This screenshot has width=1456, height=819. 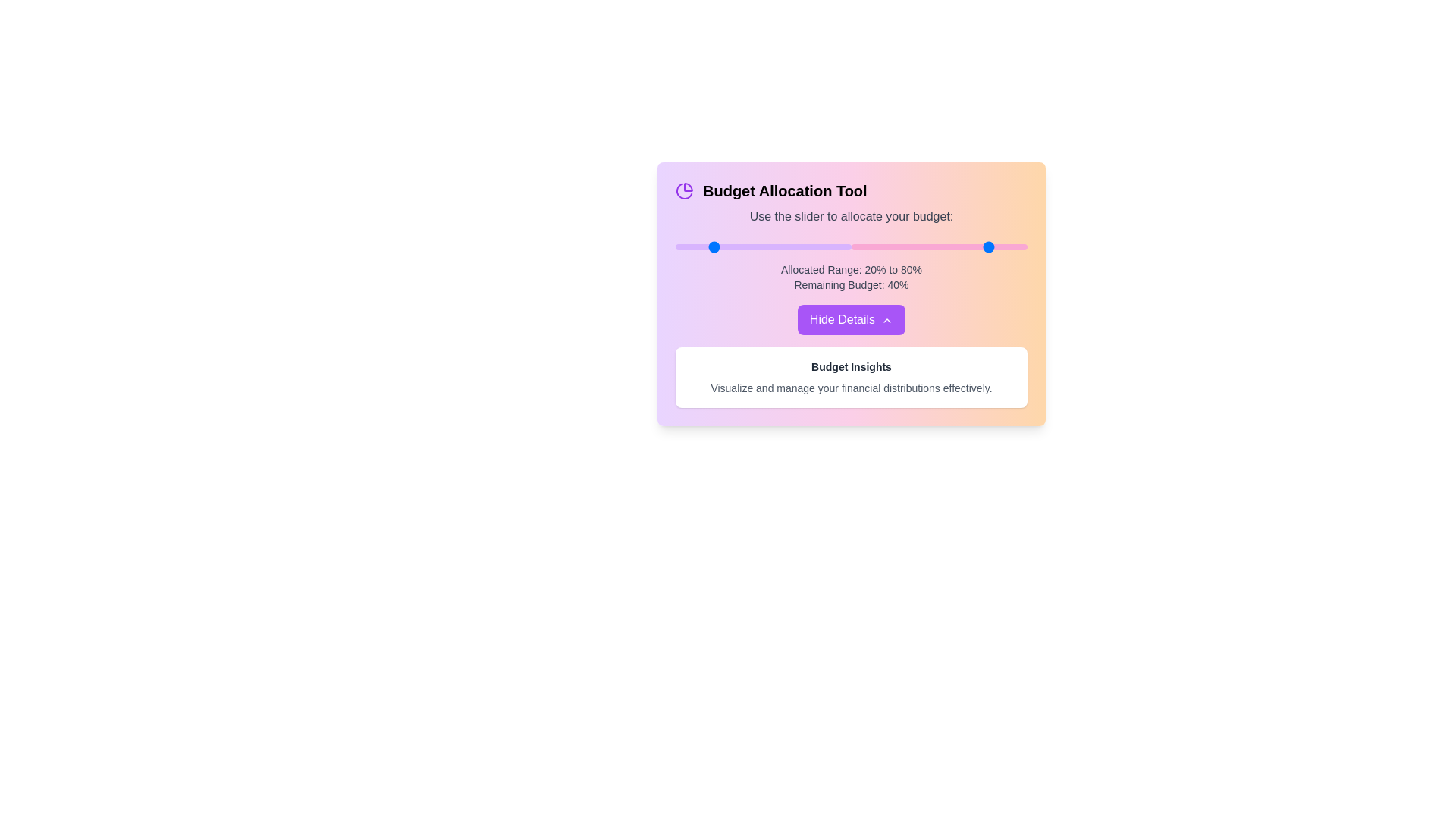 What do you see at coordinates (852, 318) in the screenshot?
I see `the 'Hide Details' button to toggle the visibility of the details section` at bounding box center [852, 318].